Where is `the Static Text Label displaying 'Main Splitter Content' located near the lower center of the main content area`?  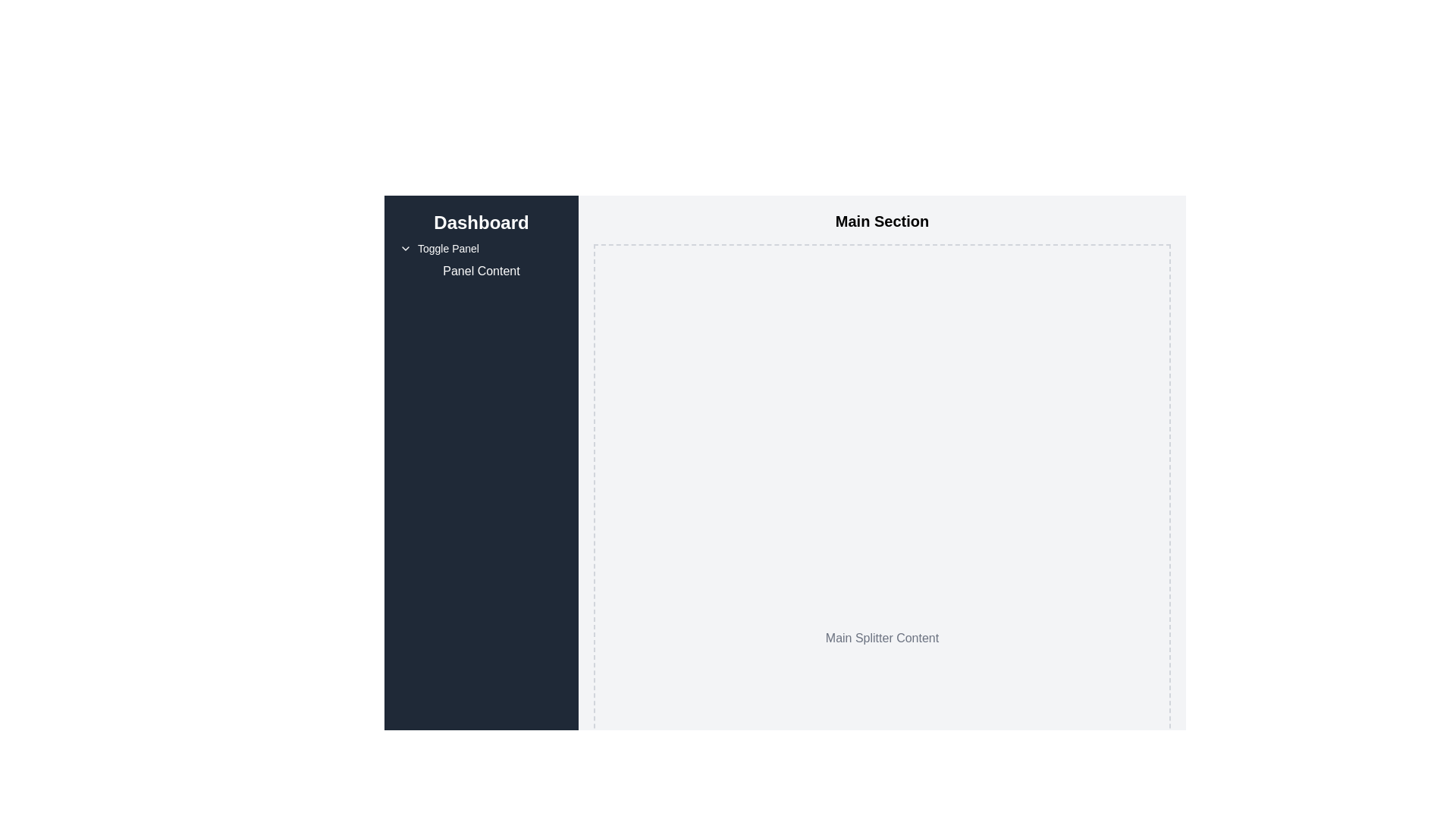
the Static Text Label displaying 'Main Splitter Content' located near the lower center of the main content area is located at coordinates (882, 638).